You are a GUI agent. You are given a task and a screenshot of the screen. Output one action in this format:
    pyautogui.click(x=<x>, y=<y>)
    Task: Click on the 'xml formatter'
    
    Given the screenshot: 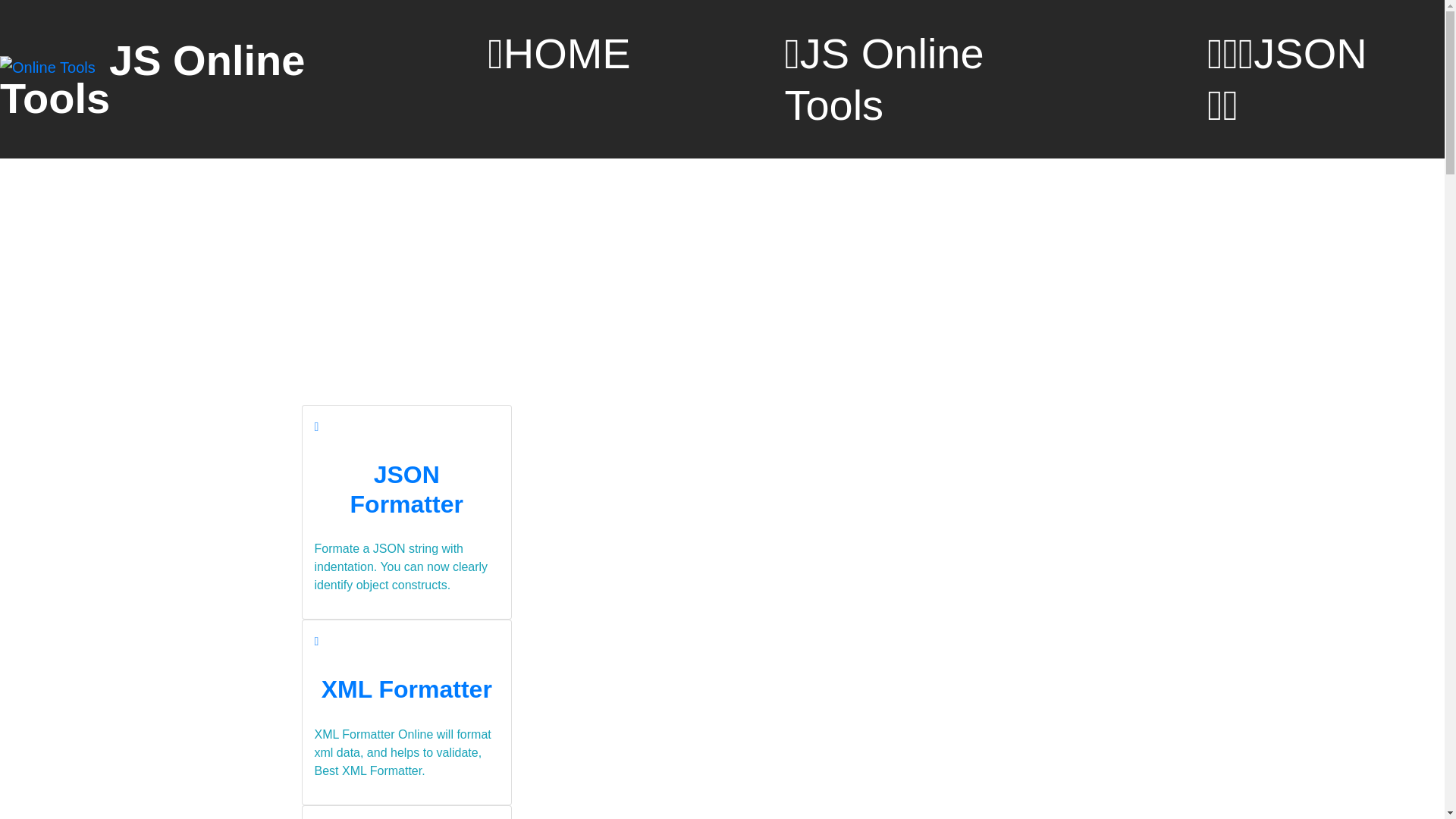 What is the action you would take?
    pyautogui.click(x=312, y=641)
    